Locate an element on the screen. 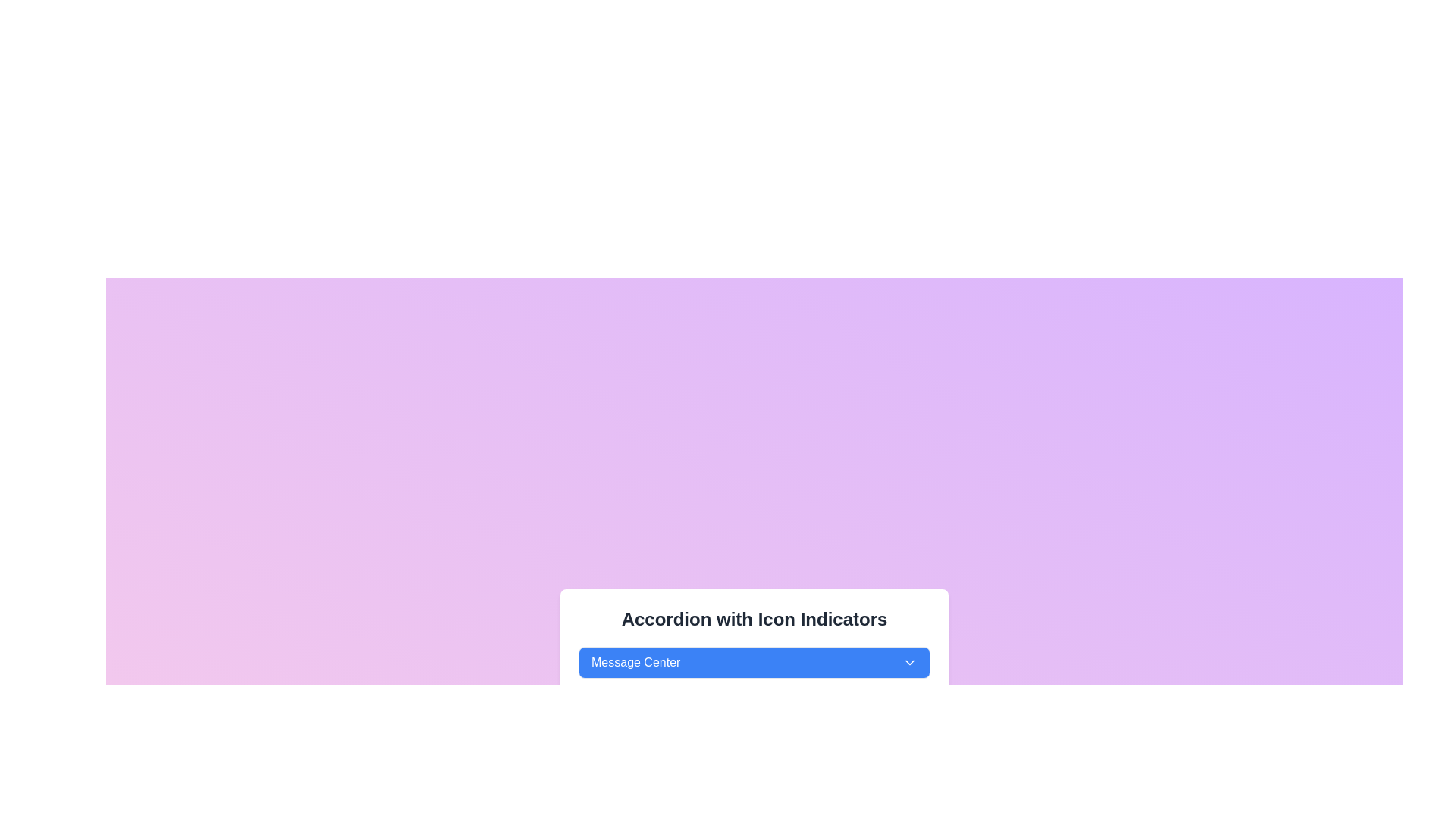 The height and width of the screenshot is (819, 1456). the downwards-pointing chevron icon located at the rightmost end of the 'Message Center' button is located at coordinates (910, 662).